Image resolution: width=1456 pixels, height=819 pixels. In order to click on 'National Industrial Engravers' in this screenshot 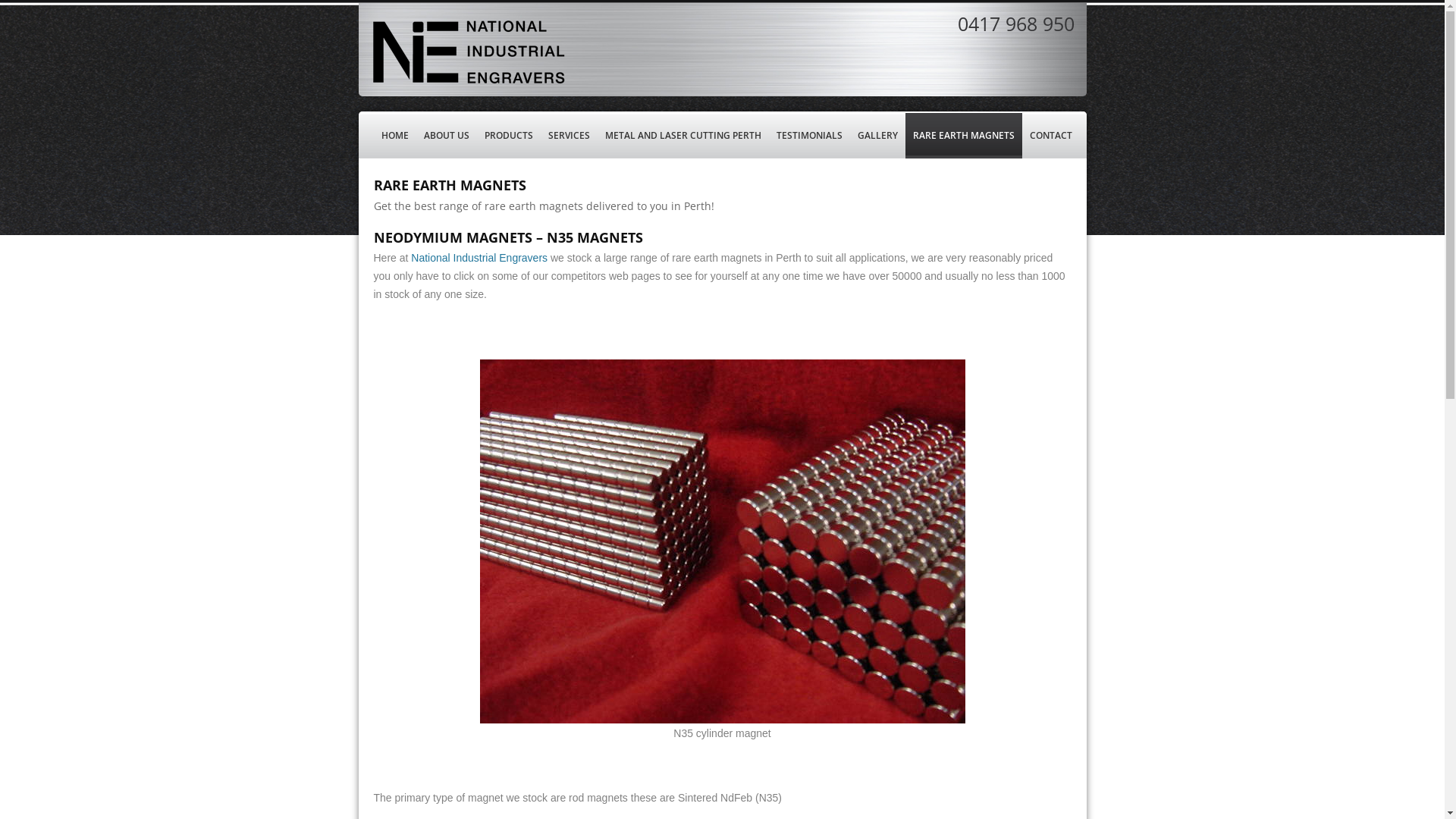, I will do `click(479, 256)`.